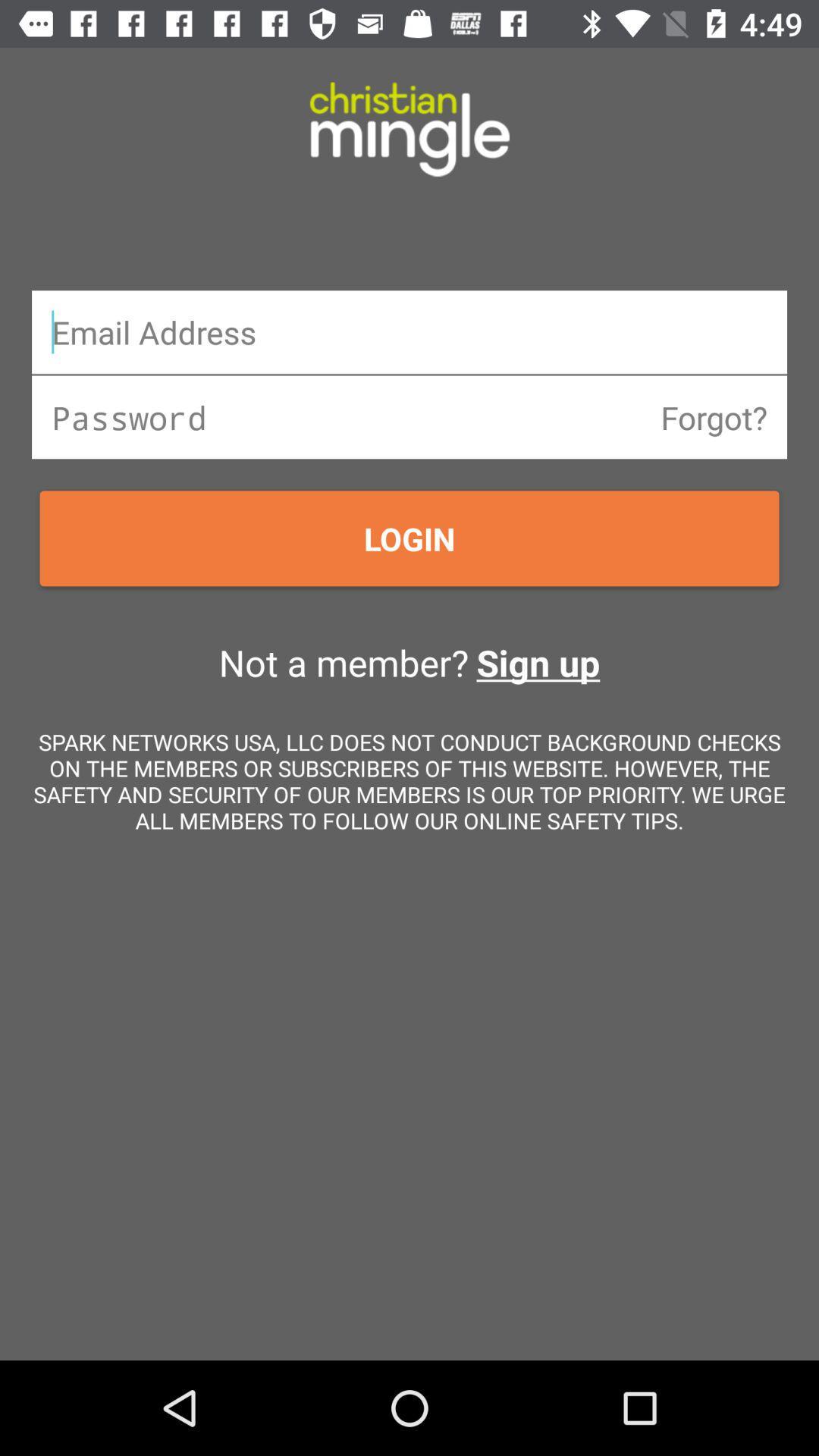 The height and width of the screenshot is (1456, 819). I want to click on password, so click(409, 417).